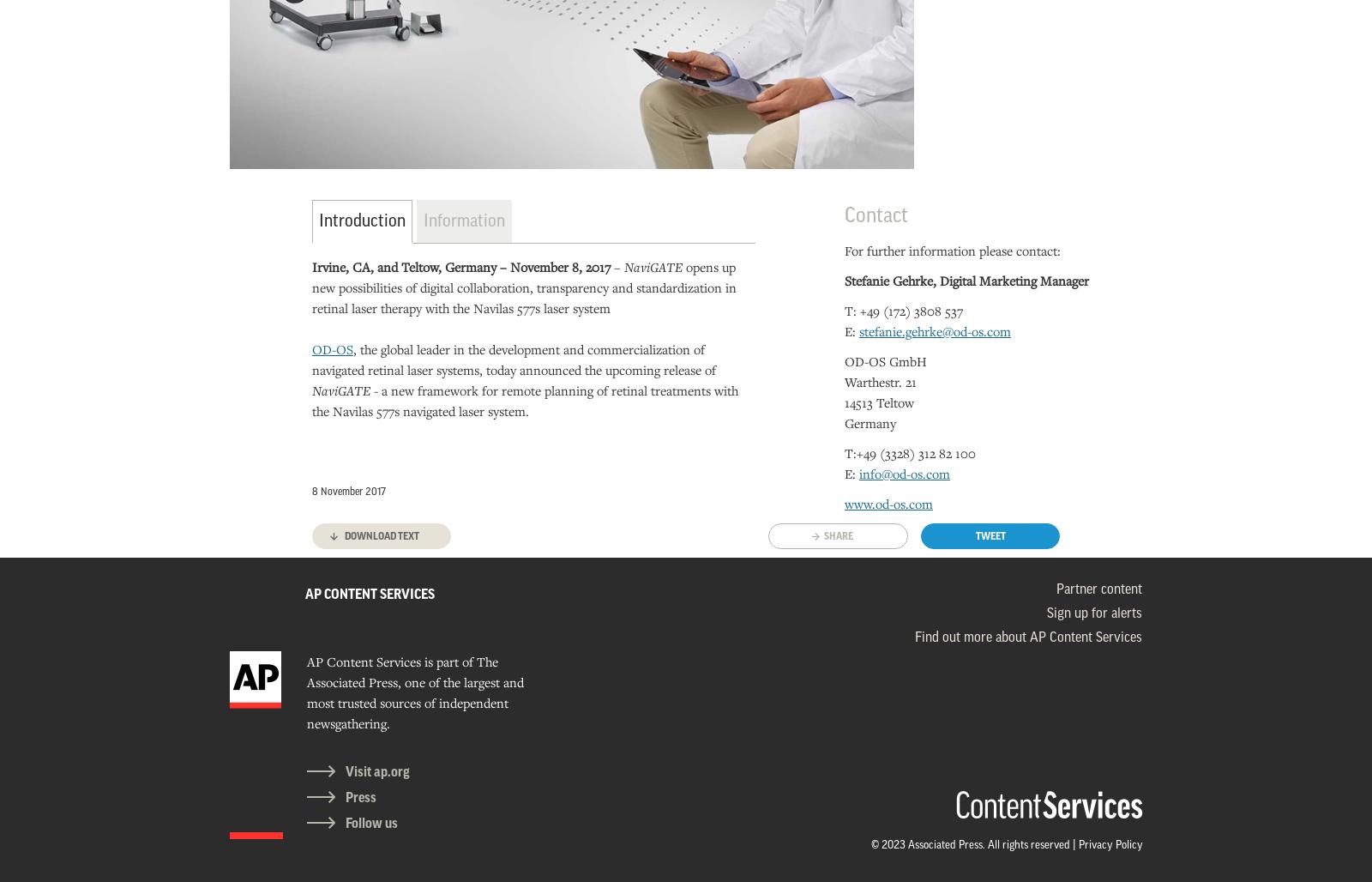  What do you see at coordinates (524, 398) in the screenshot?
I see `'- a new framework for remote planning of retinal treatments with the Navilas 577s navigated laser system.'` at bounding box center [524, 398].